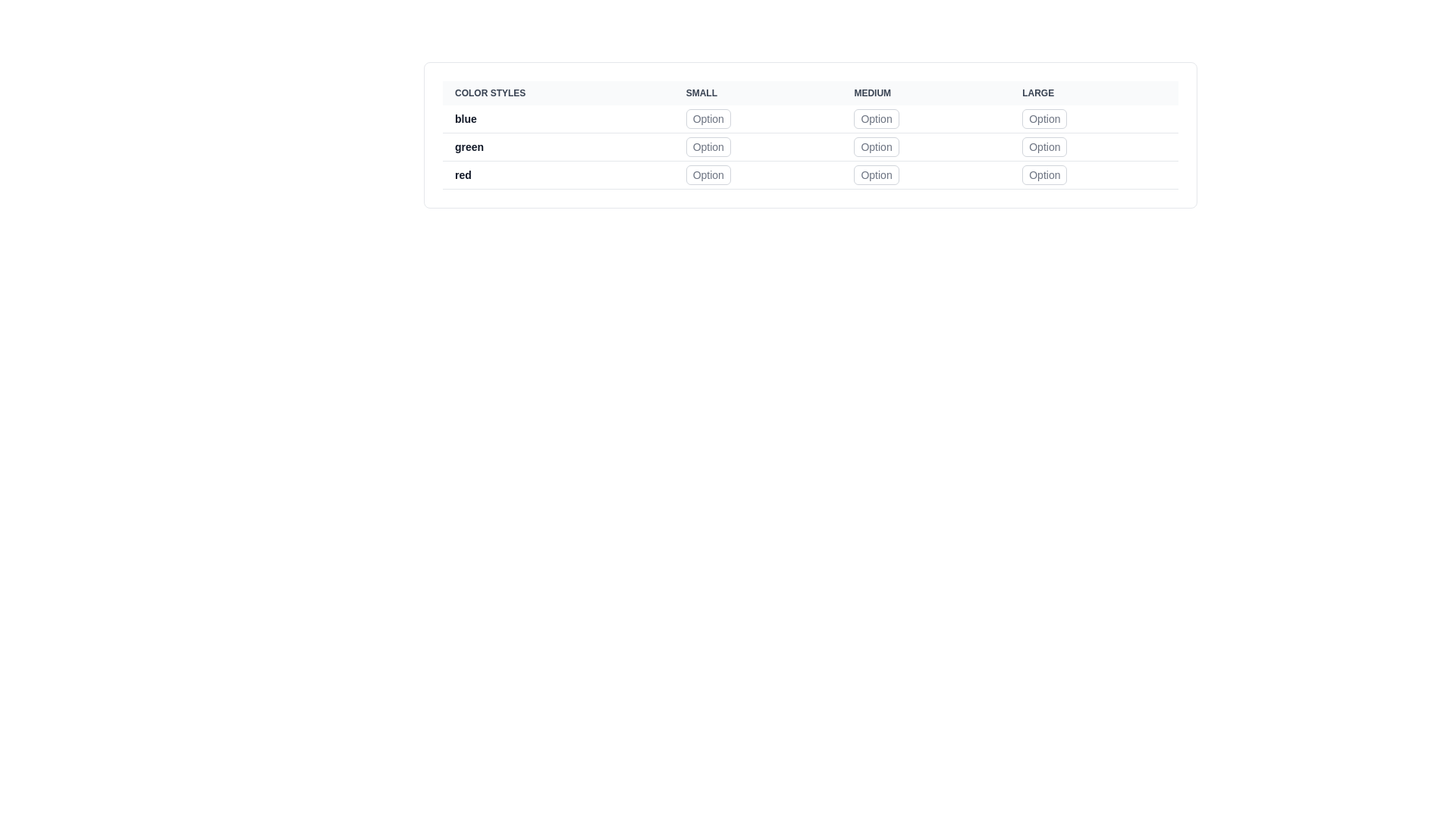 The width and height of the screenshot is (1456, 819). What do you see at coordinates (708, 174) in the screenshot?
I see `the button representing the 'red' style under the 'SMALL' category` at bounding box center [708, 174].